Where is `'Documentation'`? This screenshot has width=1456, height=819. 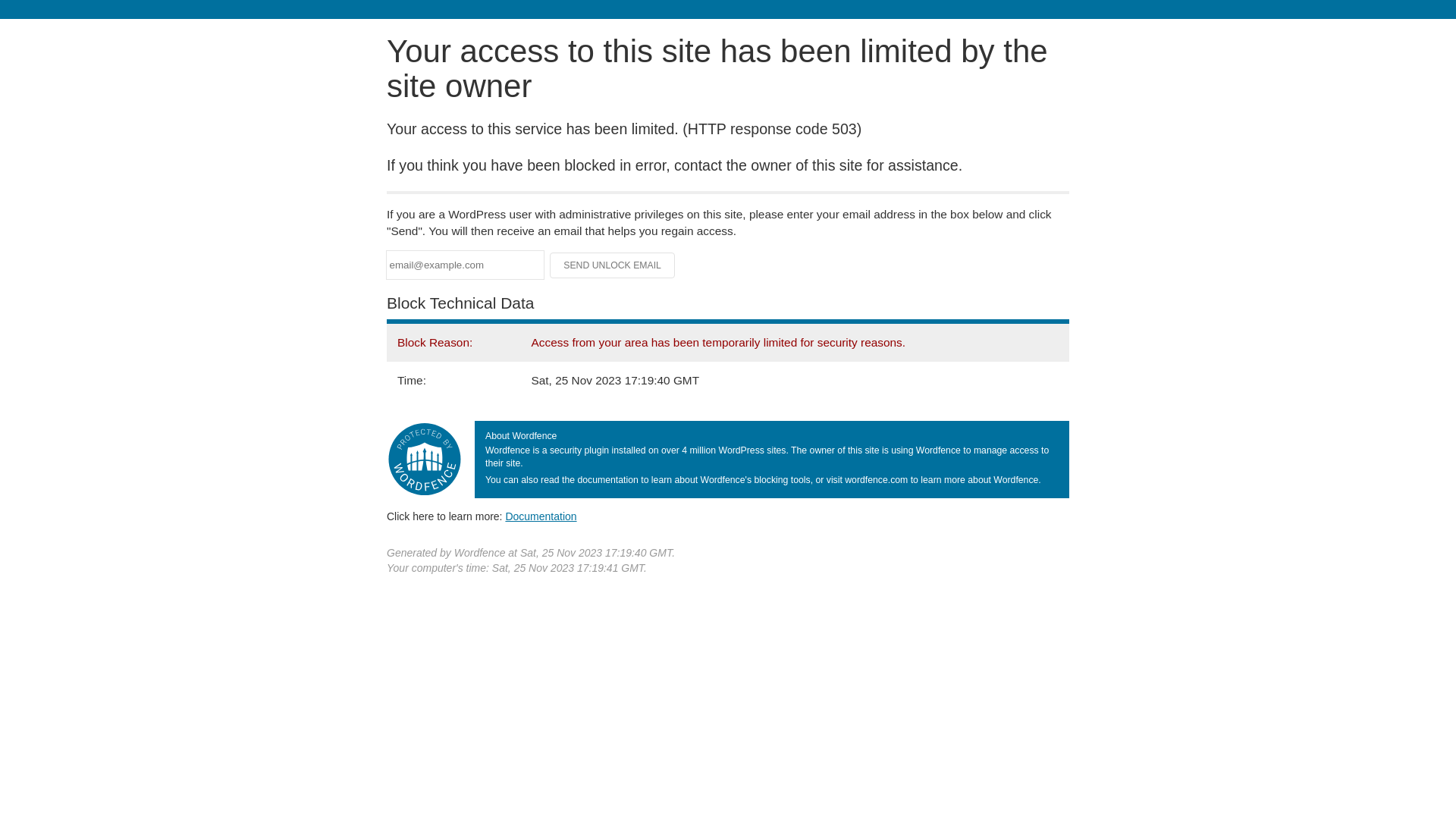 'Documentation' is located at coordinates (541, 516).